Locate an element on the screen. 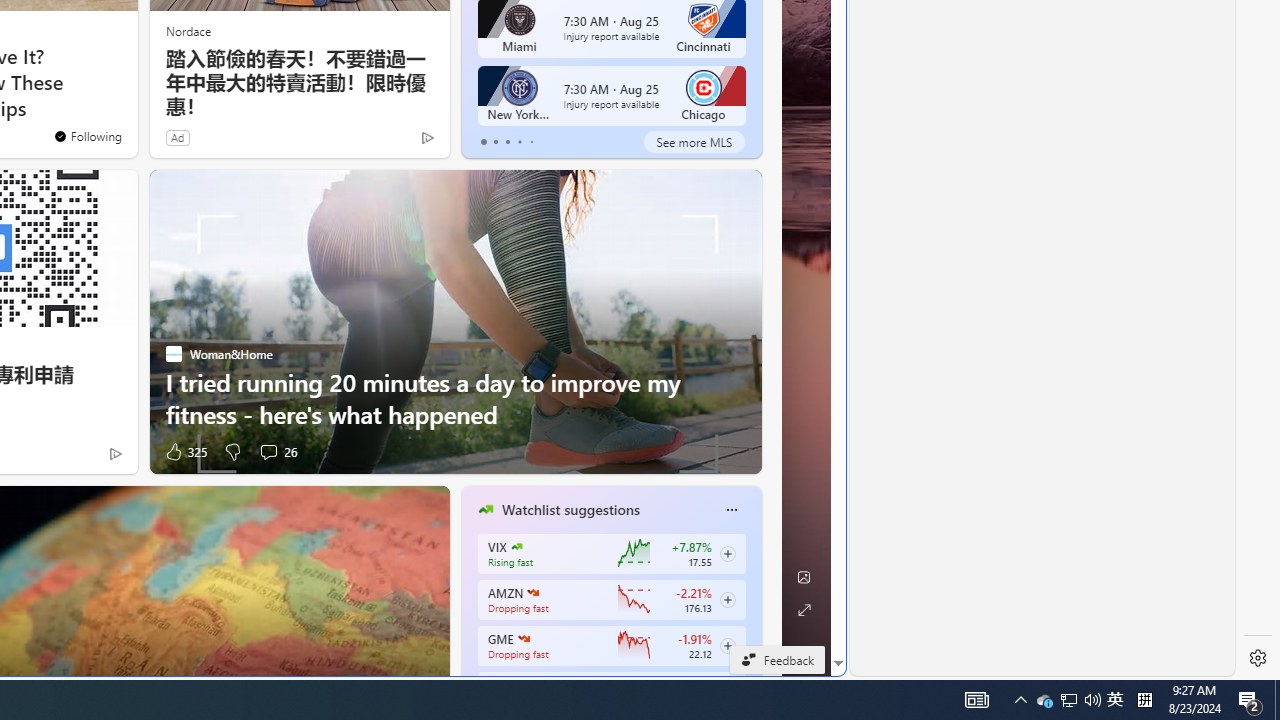  'View comments 26 Comment' is located at coordinates (267, 452).